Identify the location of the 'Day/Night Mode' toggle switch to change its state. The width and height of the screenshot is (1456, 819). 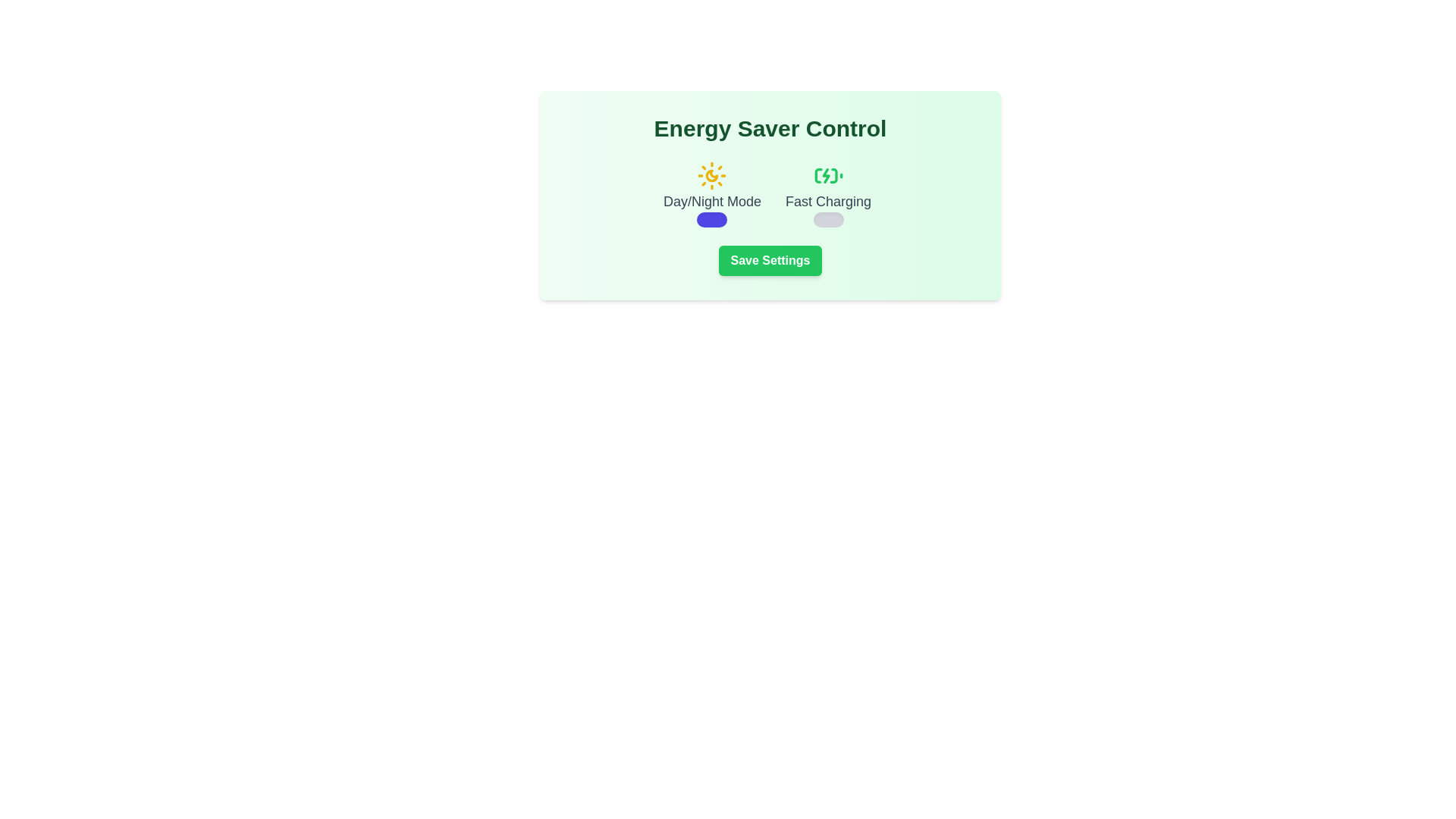
(711, 219).